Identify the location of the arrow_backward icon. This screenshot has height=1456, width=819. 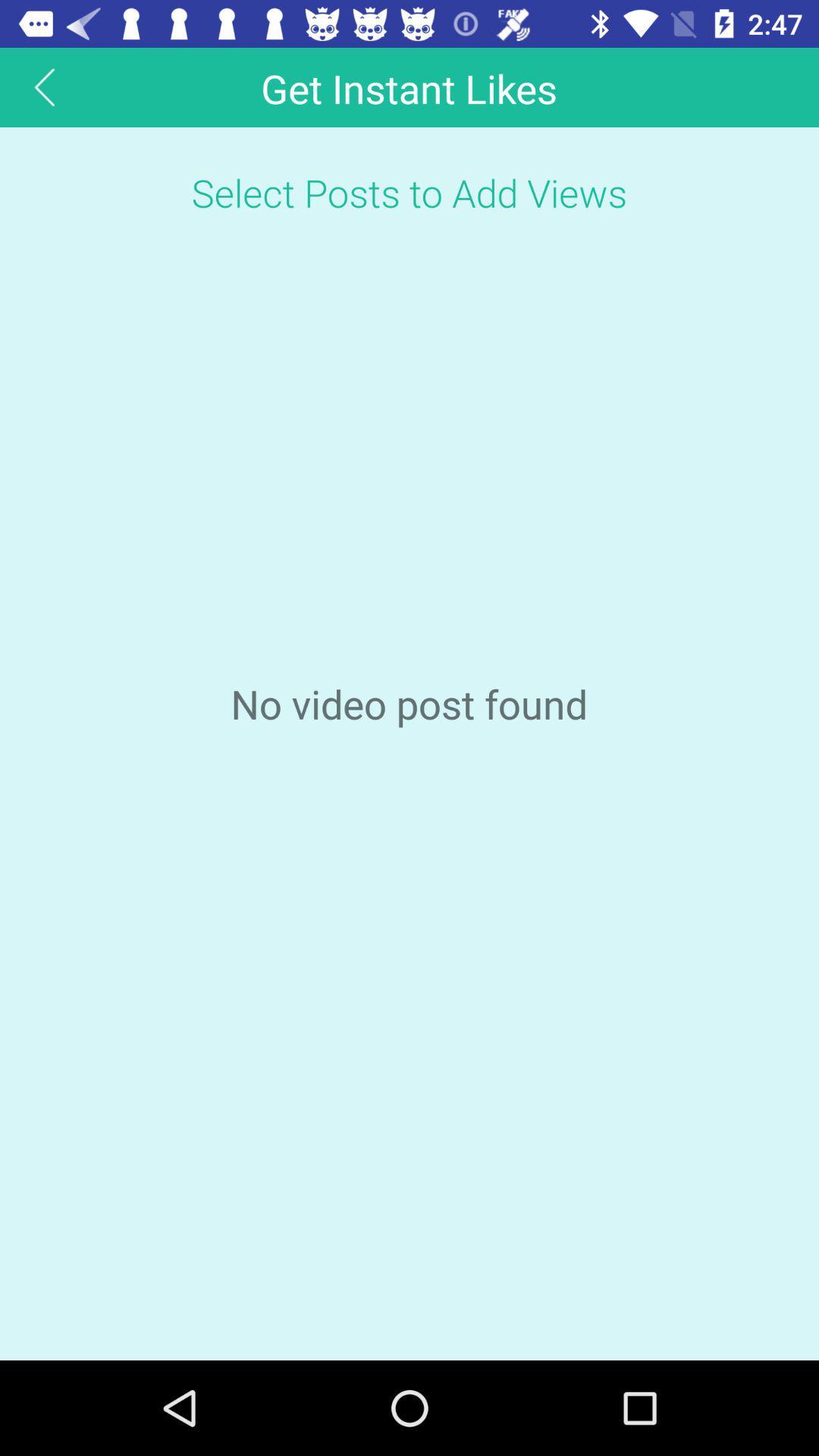
(44, 86).